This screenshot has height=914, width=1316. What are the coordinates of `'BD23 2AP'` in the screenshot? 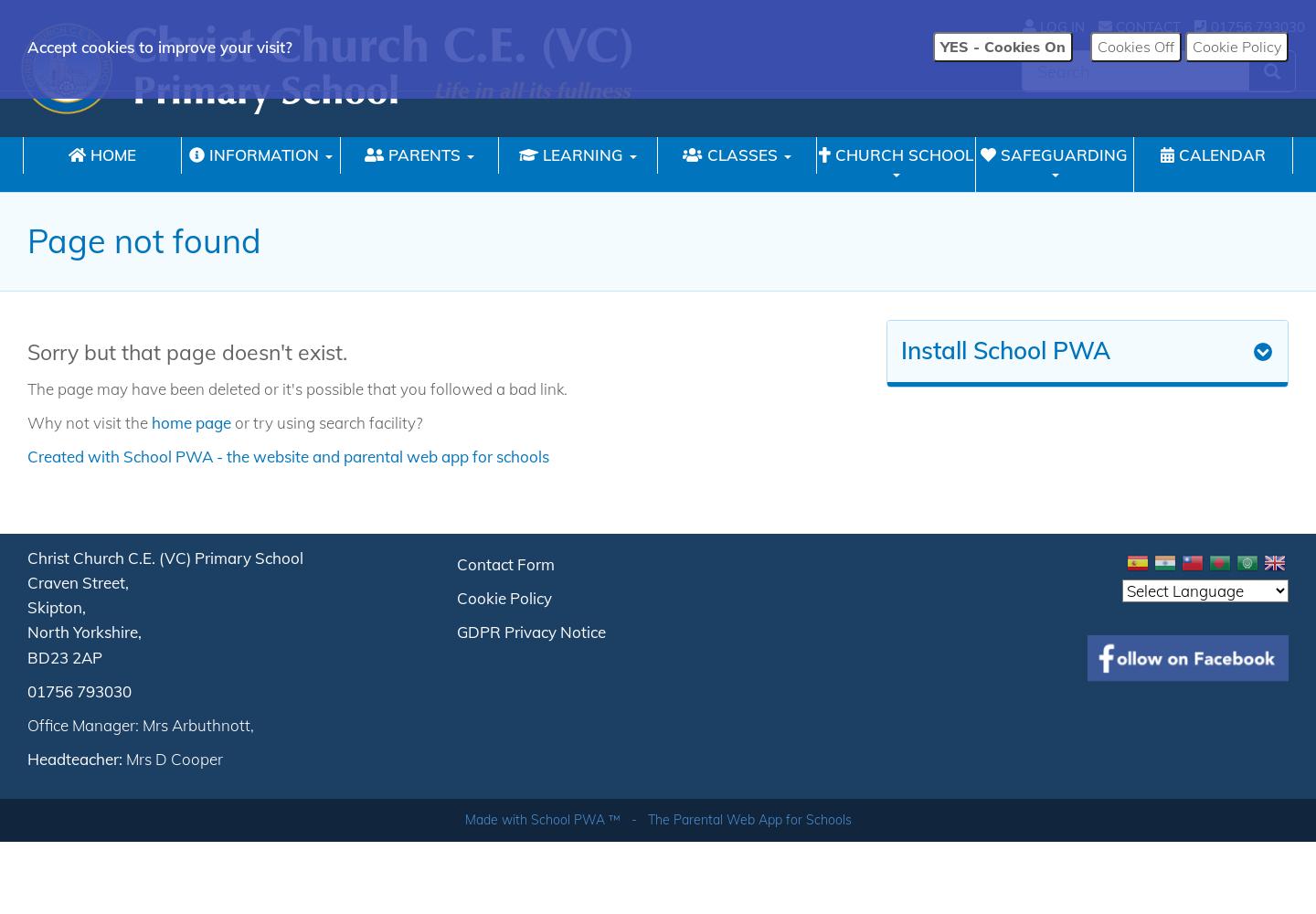 It's located at (64, 655).